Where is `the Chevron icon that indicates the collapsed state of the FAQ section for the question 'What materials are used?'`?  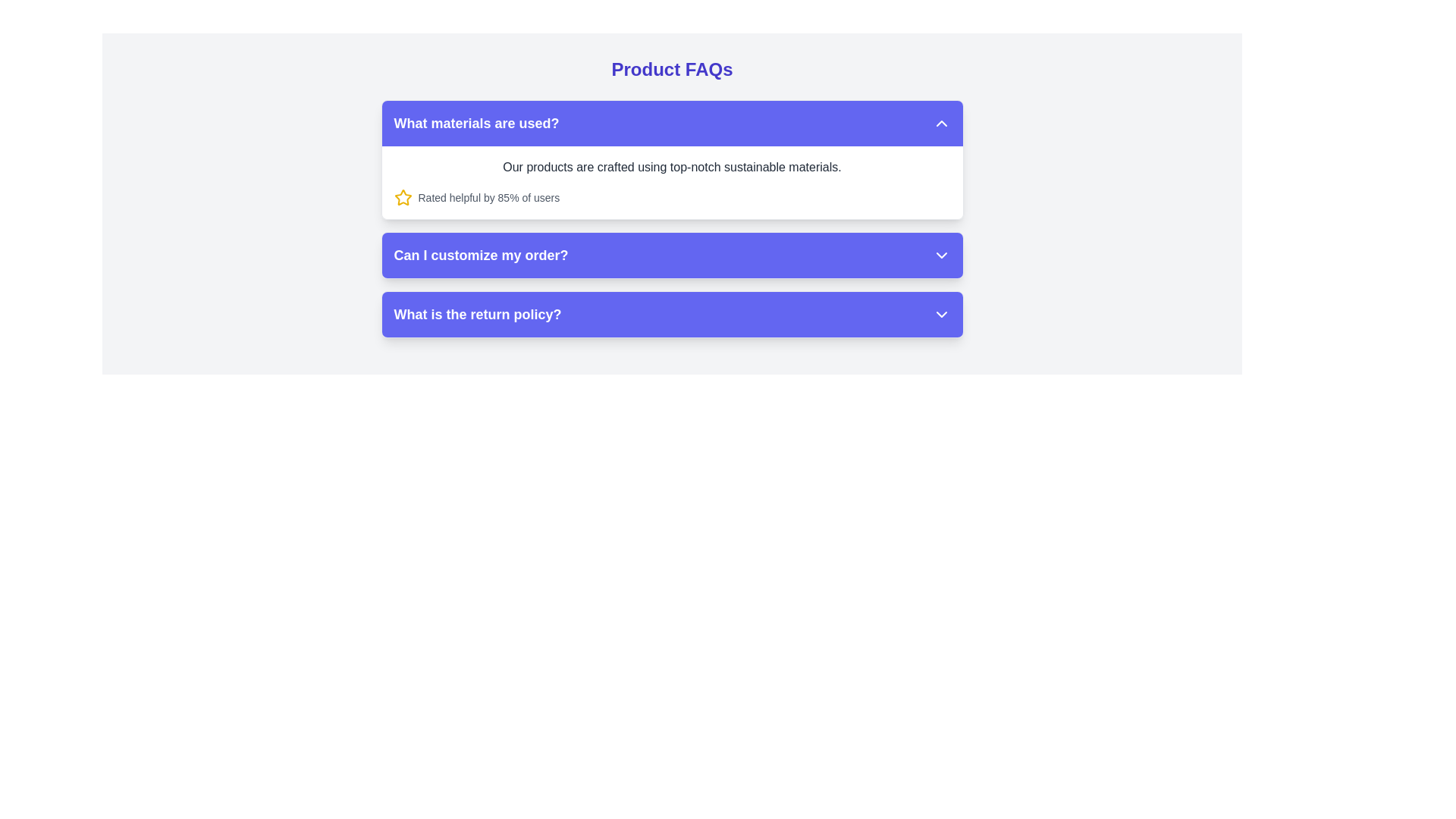 the Chevron icon that indicates the collapsed state of the FAQ section for the question 'What materials are used?' is located at coordinates (940, 122).